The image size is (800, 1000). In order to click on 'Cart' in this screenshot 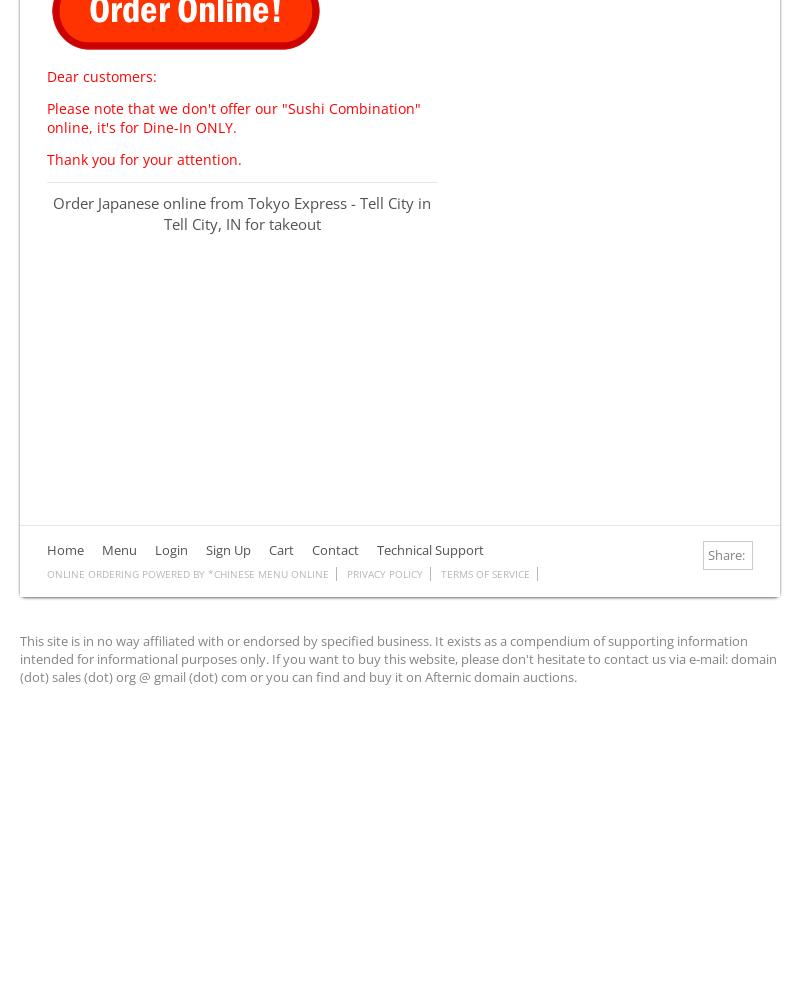, I will do `click(281, 549)`.